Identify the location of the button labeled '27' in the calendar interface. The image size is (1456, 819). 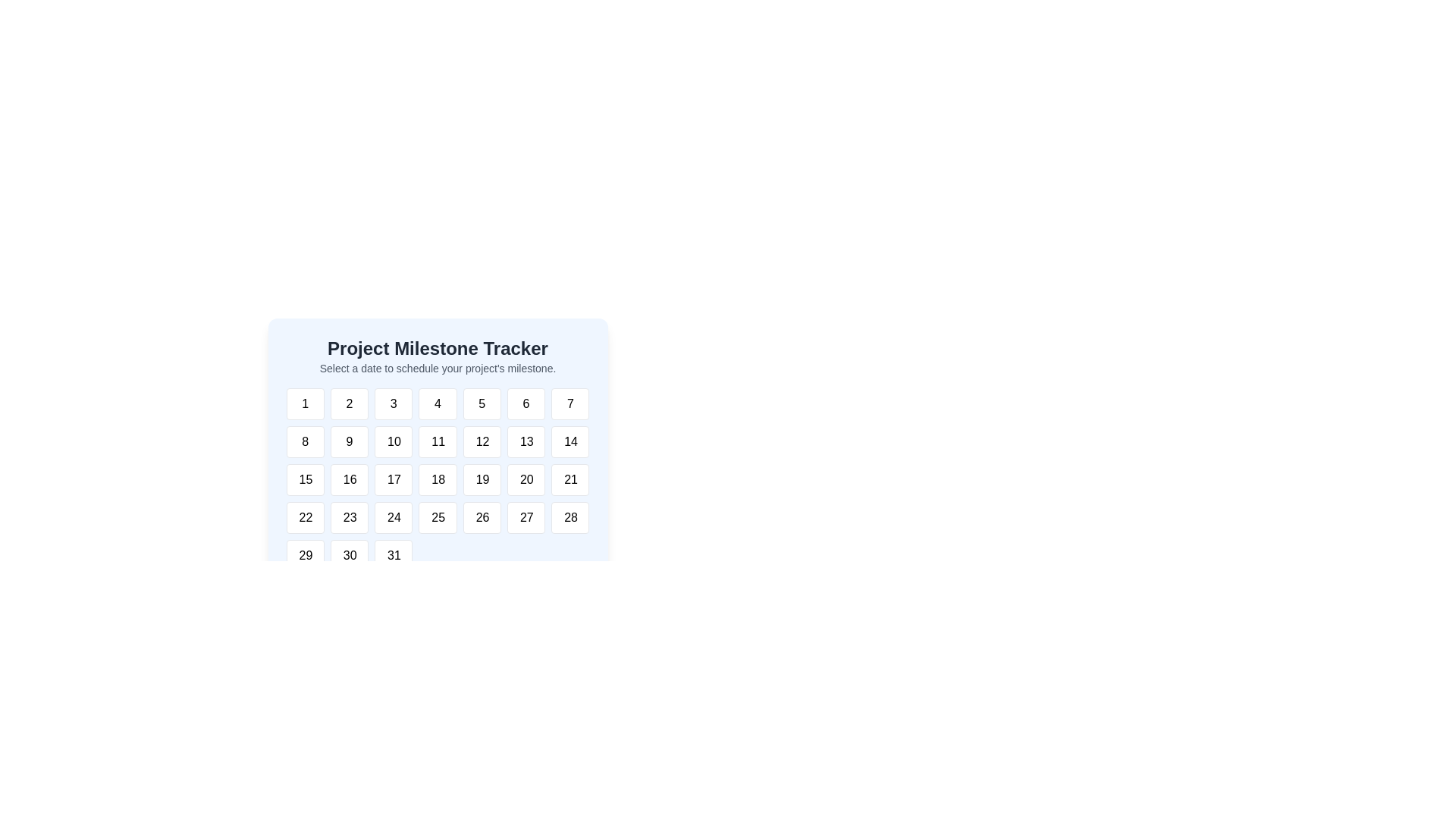
(526, 516).